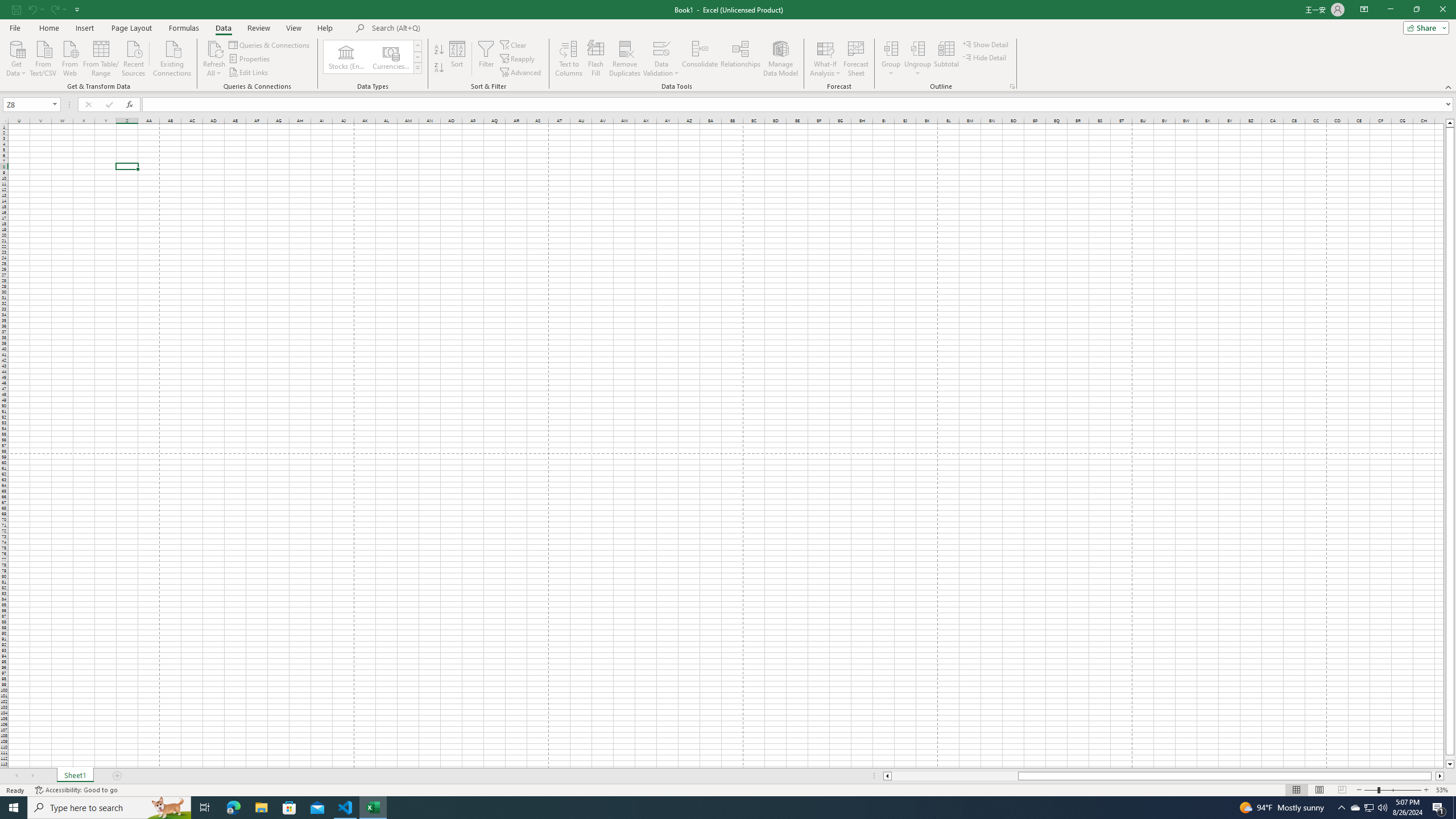 This screenshot has height=819, width=1456. I want to click on 'Advanced...', so click(521, 72).